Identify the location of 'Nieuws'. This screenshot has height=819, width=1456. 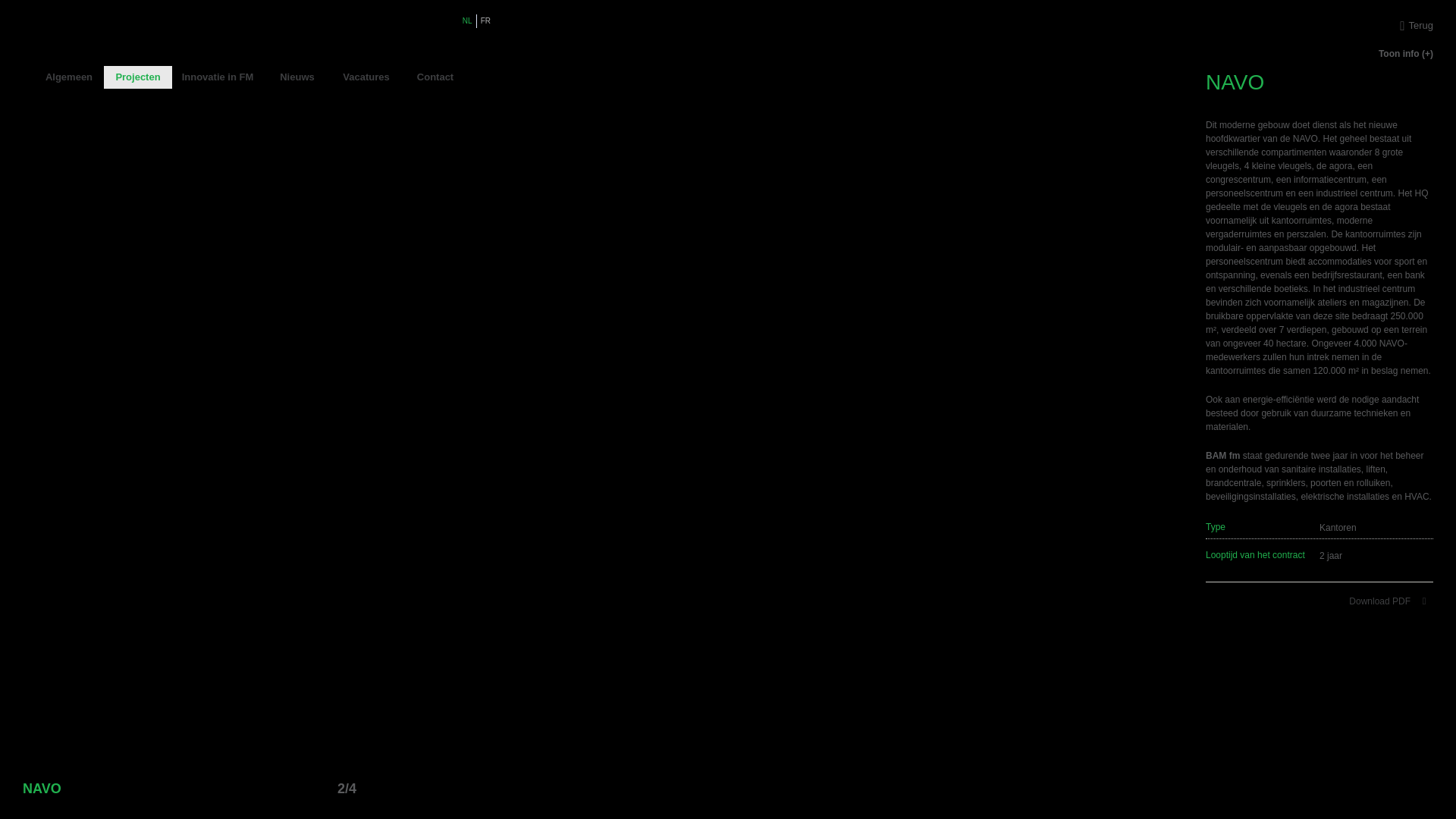
(297, 77).